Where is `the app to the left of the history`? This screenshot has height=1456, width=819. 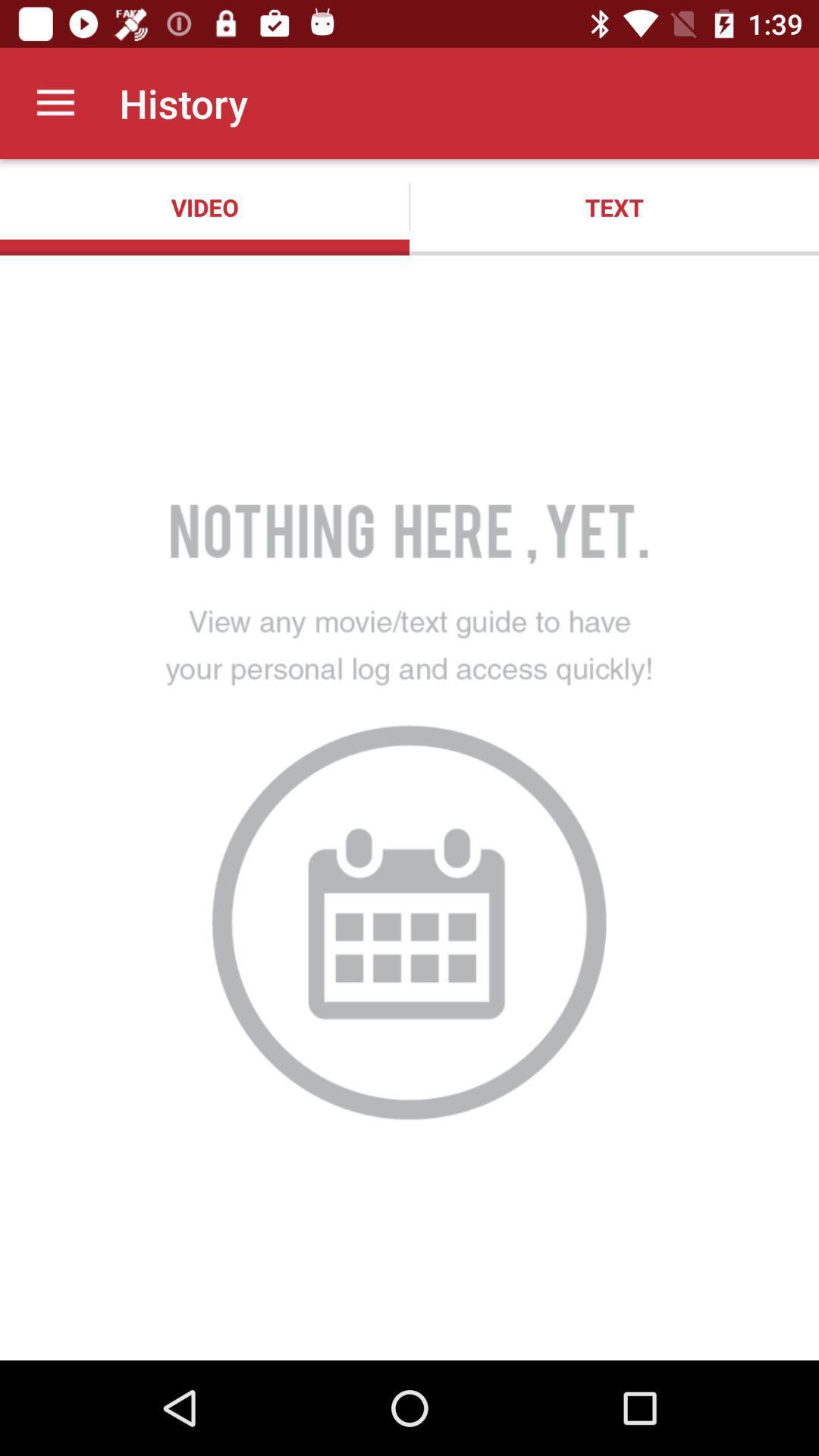
the app to the left of the history is located at coordinates (55, 102).